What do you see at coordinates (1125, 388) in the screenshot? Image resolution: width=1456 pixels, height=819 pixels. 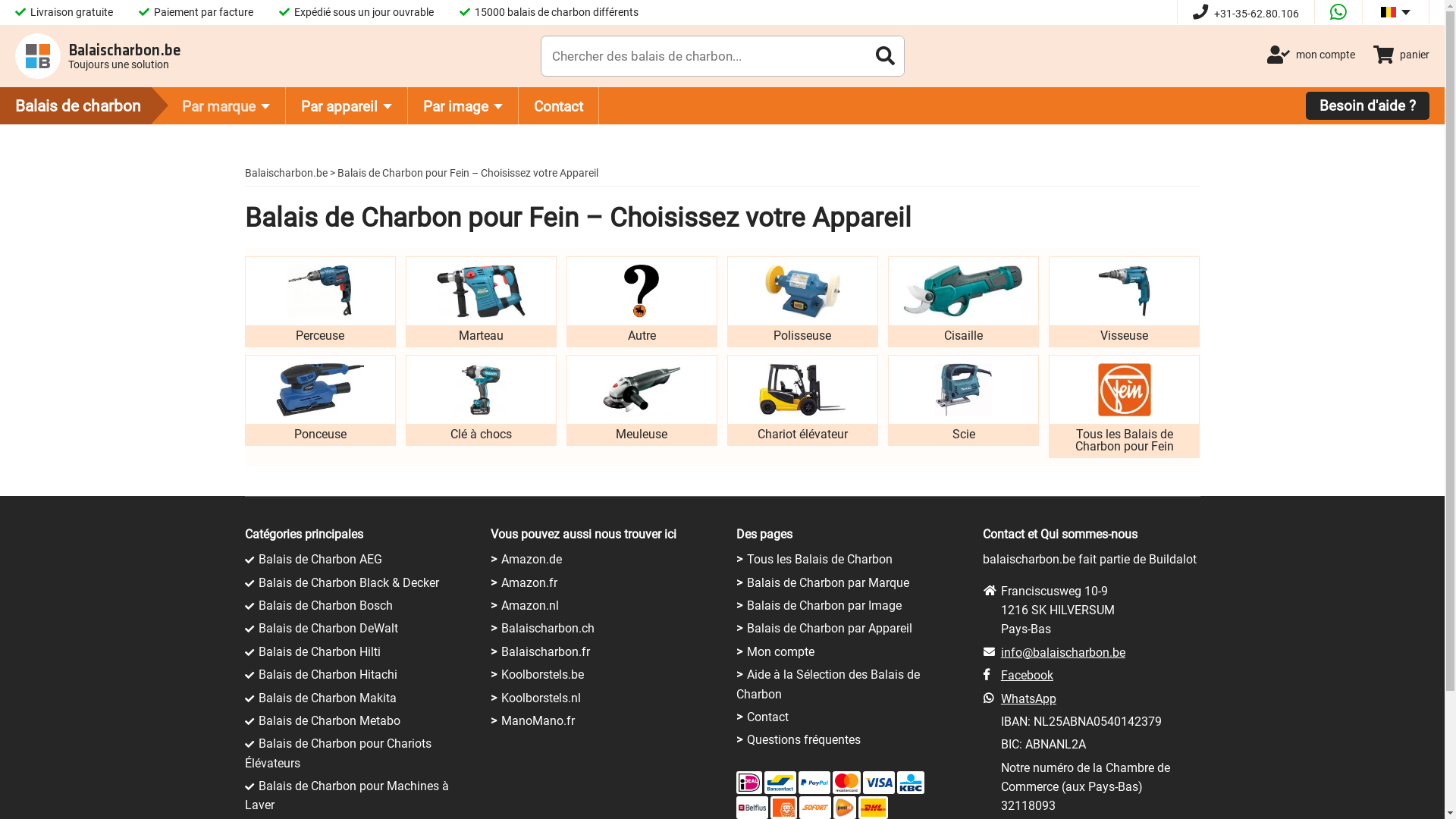 I see `'fein'` at bounding box center [1125, 388].